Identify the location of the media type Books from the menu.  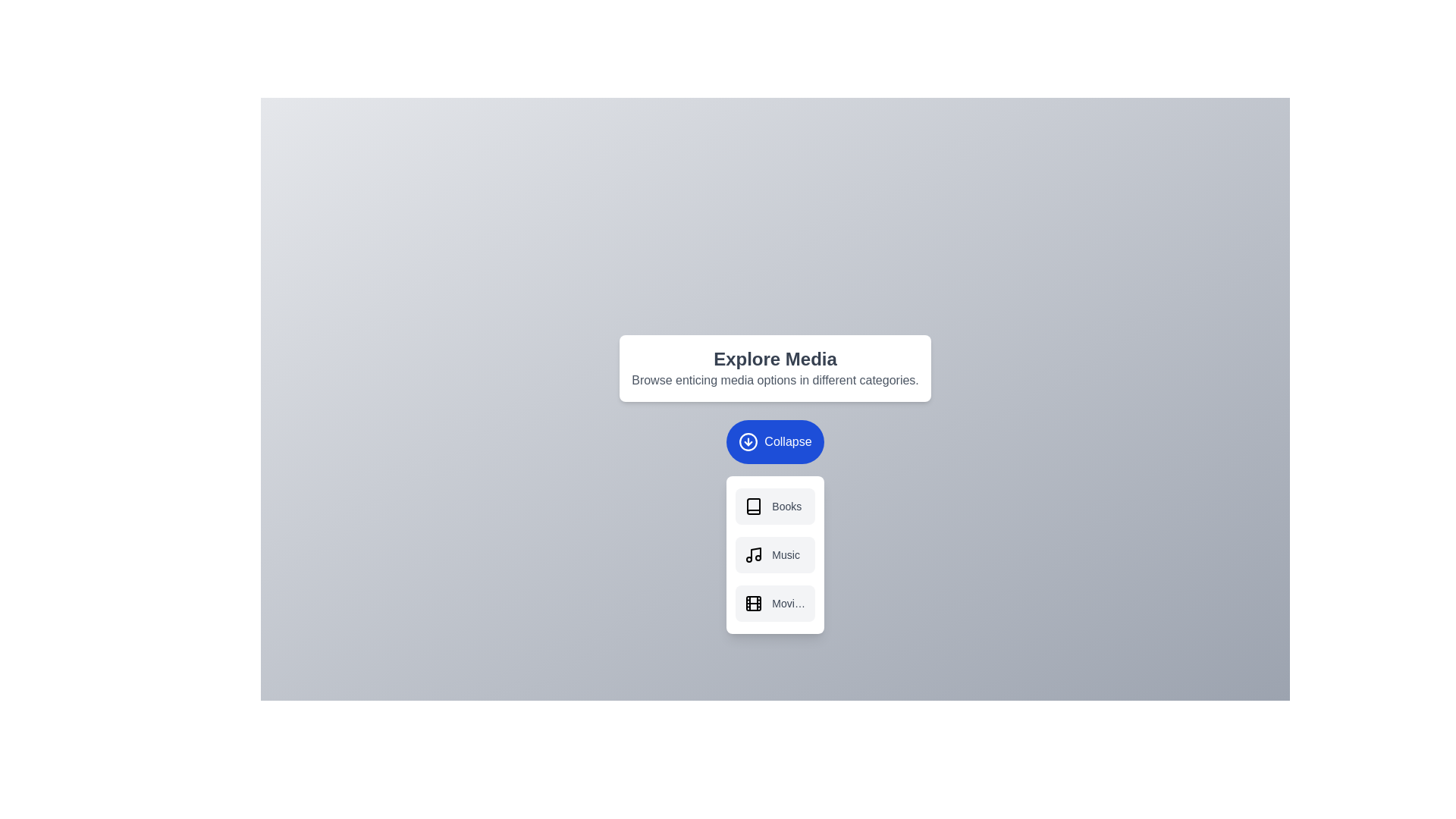
(775, 506).